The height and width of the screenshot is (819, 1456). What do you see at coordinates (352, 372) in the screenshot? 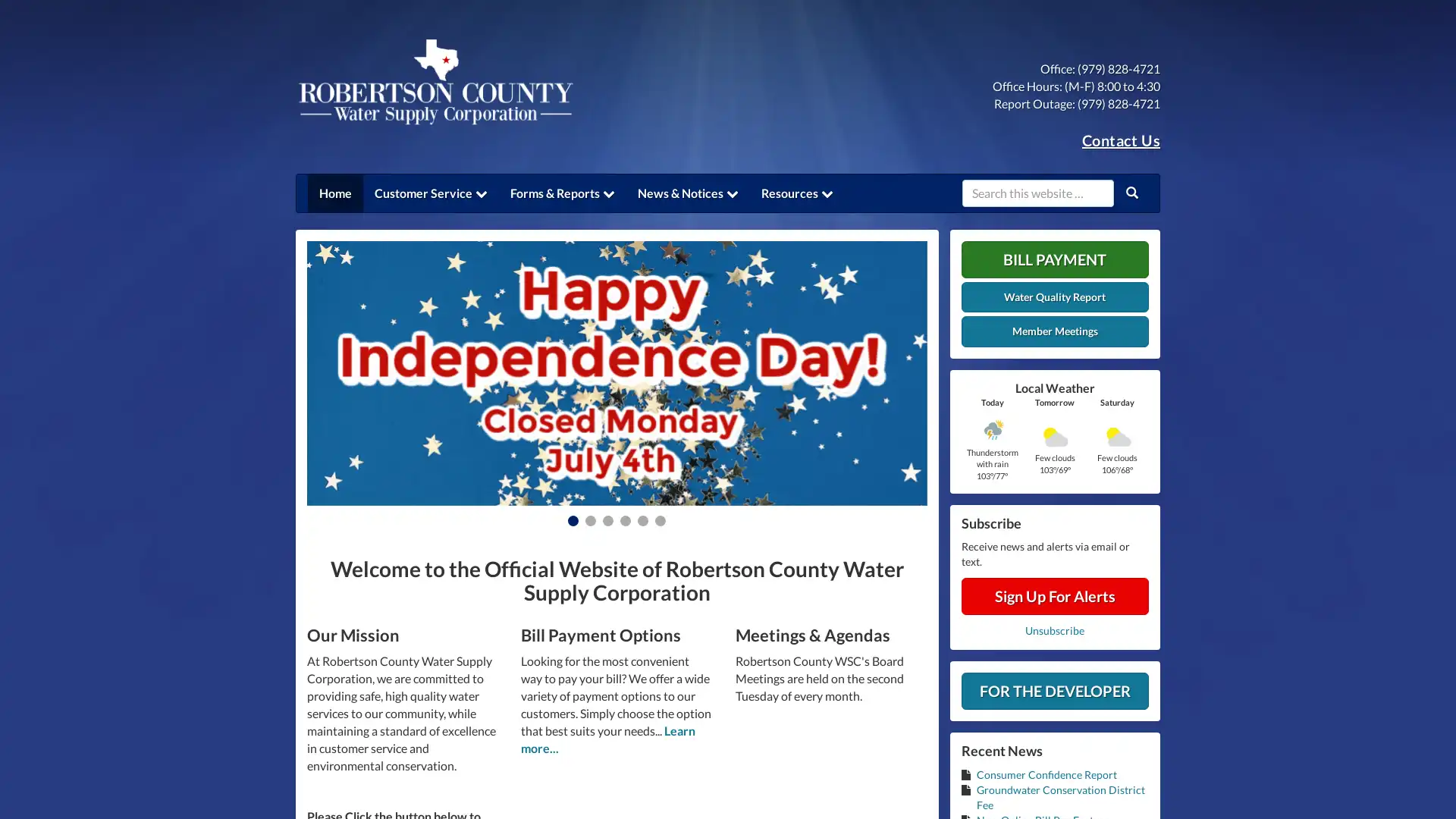
I see `Previous Slide` at bounding box center [352, 372].